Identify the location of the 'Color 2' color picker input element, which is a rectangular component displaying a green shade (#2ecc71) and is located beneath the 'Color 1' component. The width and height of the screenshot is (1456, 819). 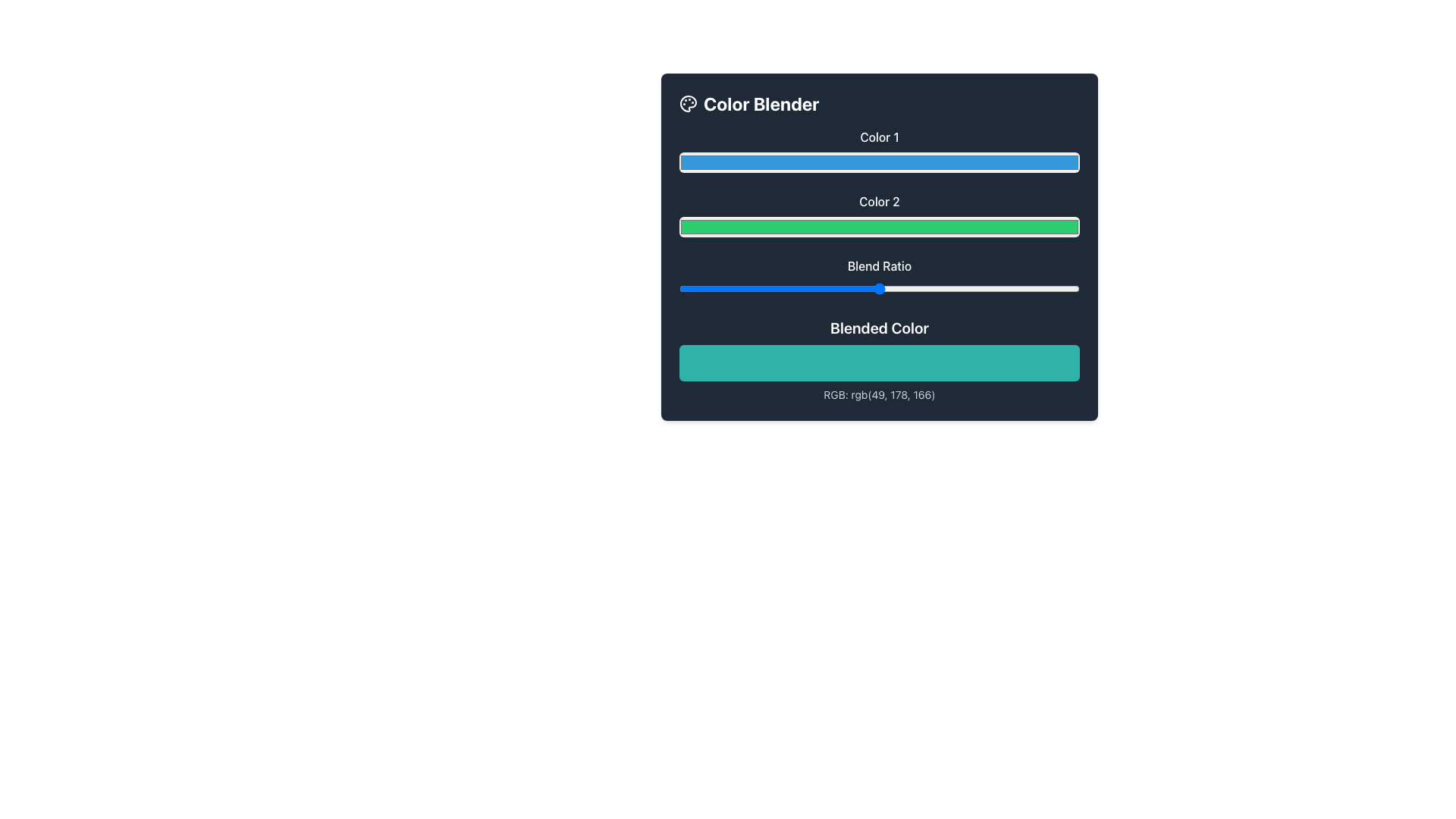
(880, 215).